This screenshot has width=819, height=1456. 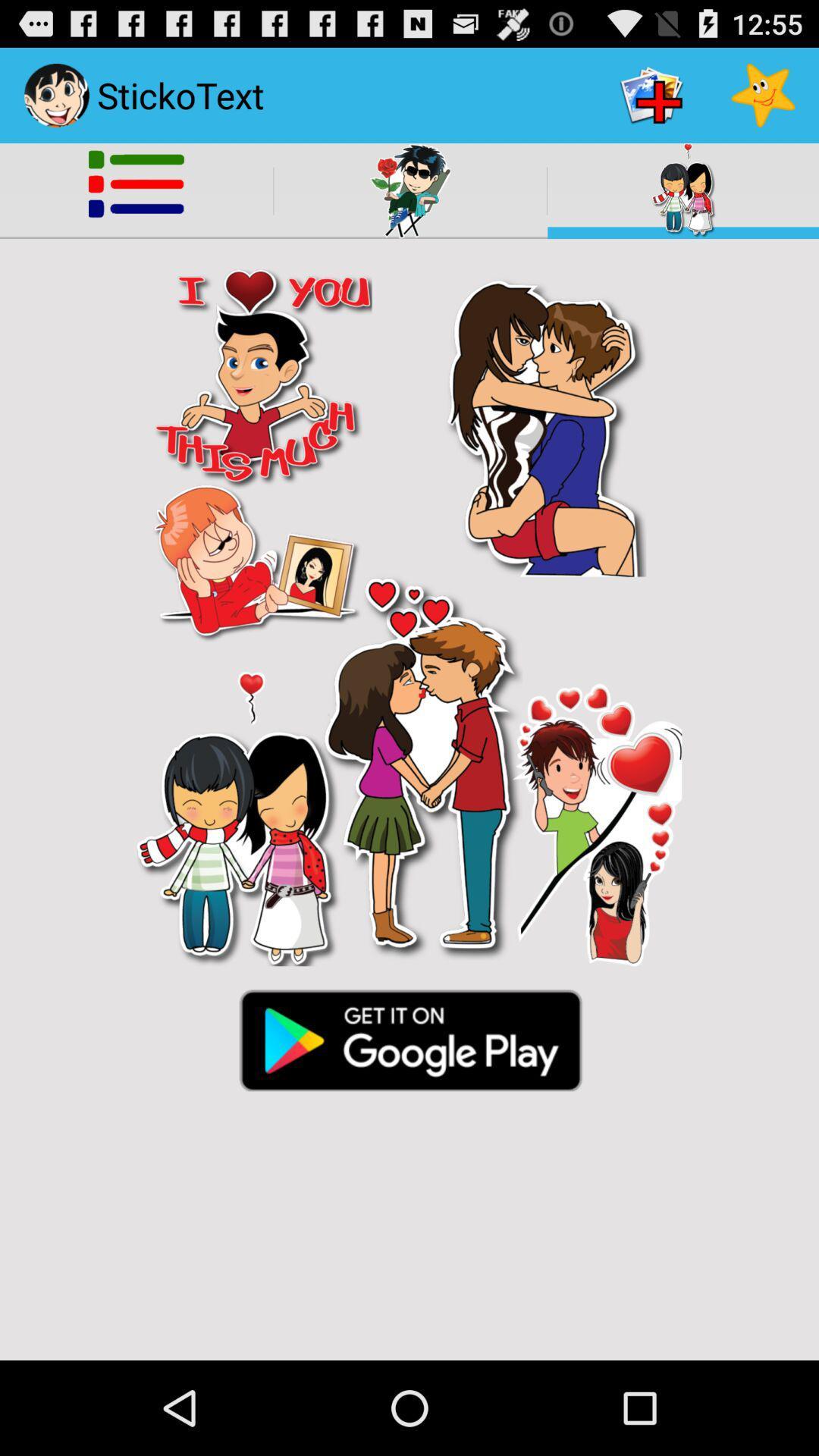 I want to click on its a google play button which you click it to get the app from google play, so click(x=409, y=1038).